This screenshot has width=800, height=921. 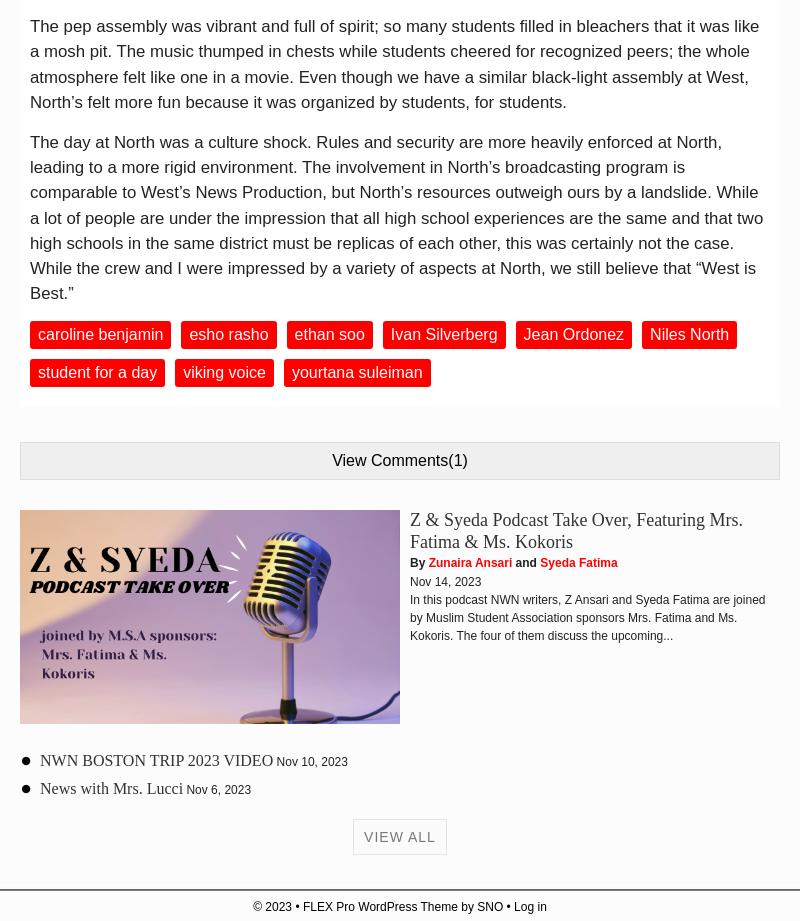 I want to click on 'and', so click(x=525, y=562).